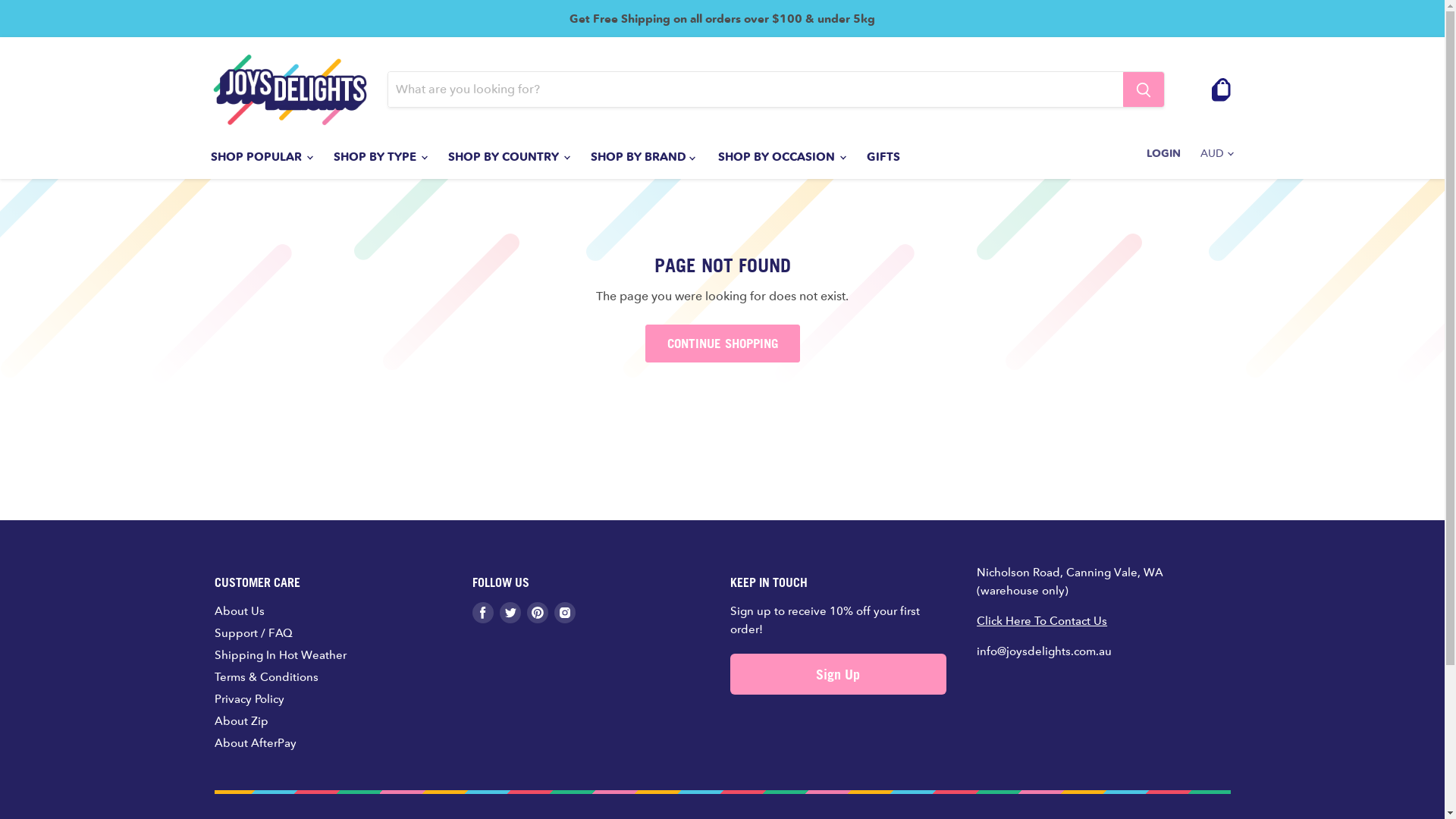  Describe the element at coordinates (563, 611) in the screenshot. I see `'Find us on Instagram'` at that location.